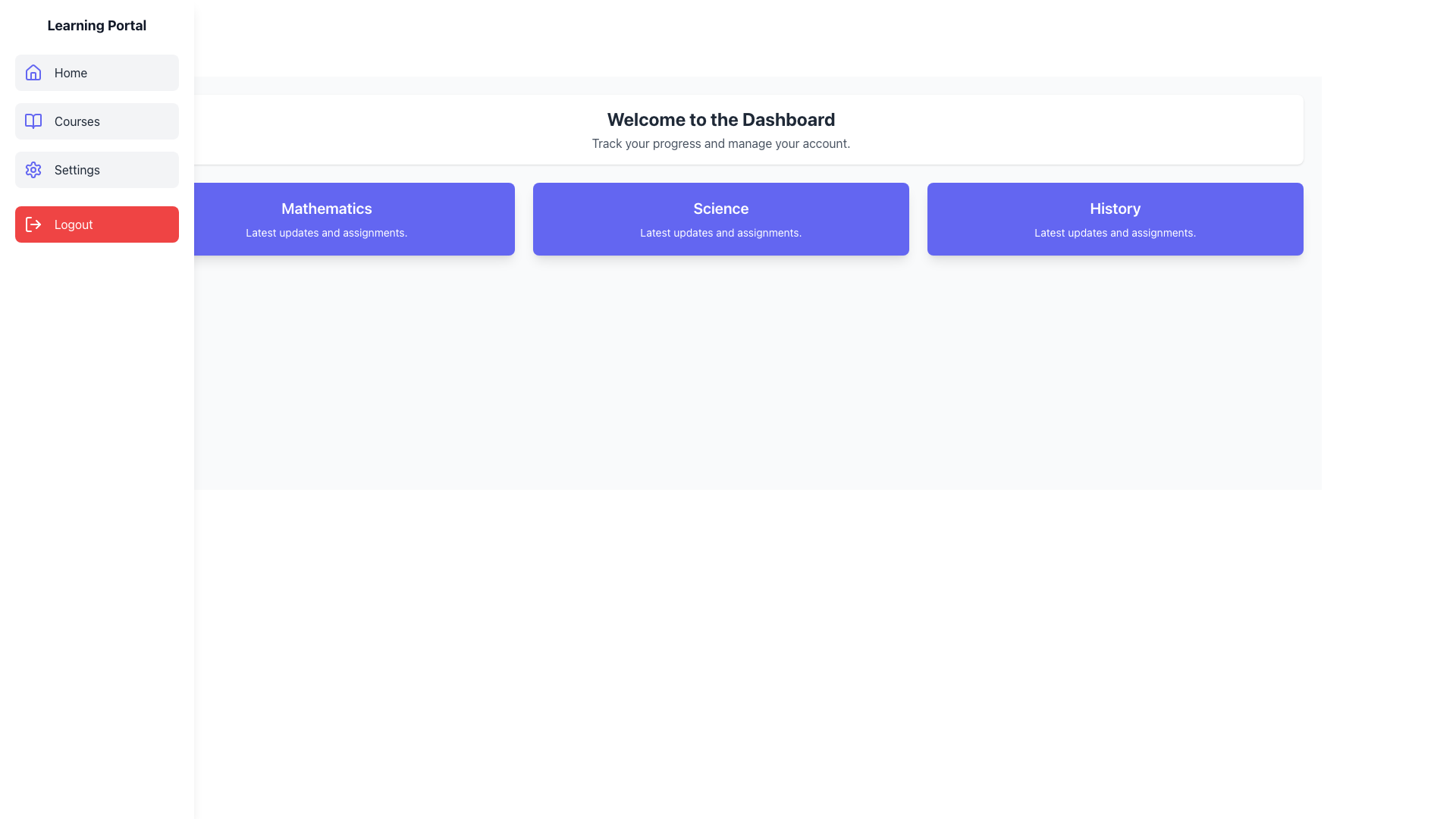 The height and width of the screenshot is (819, 1456). Describe the element at coordinates (96, 120) in the screenshot. I see `the second button in the sidebar menu, located below 'Home' and above 'Settings'` at that location.